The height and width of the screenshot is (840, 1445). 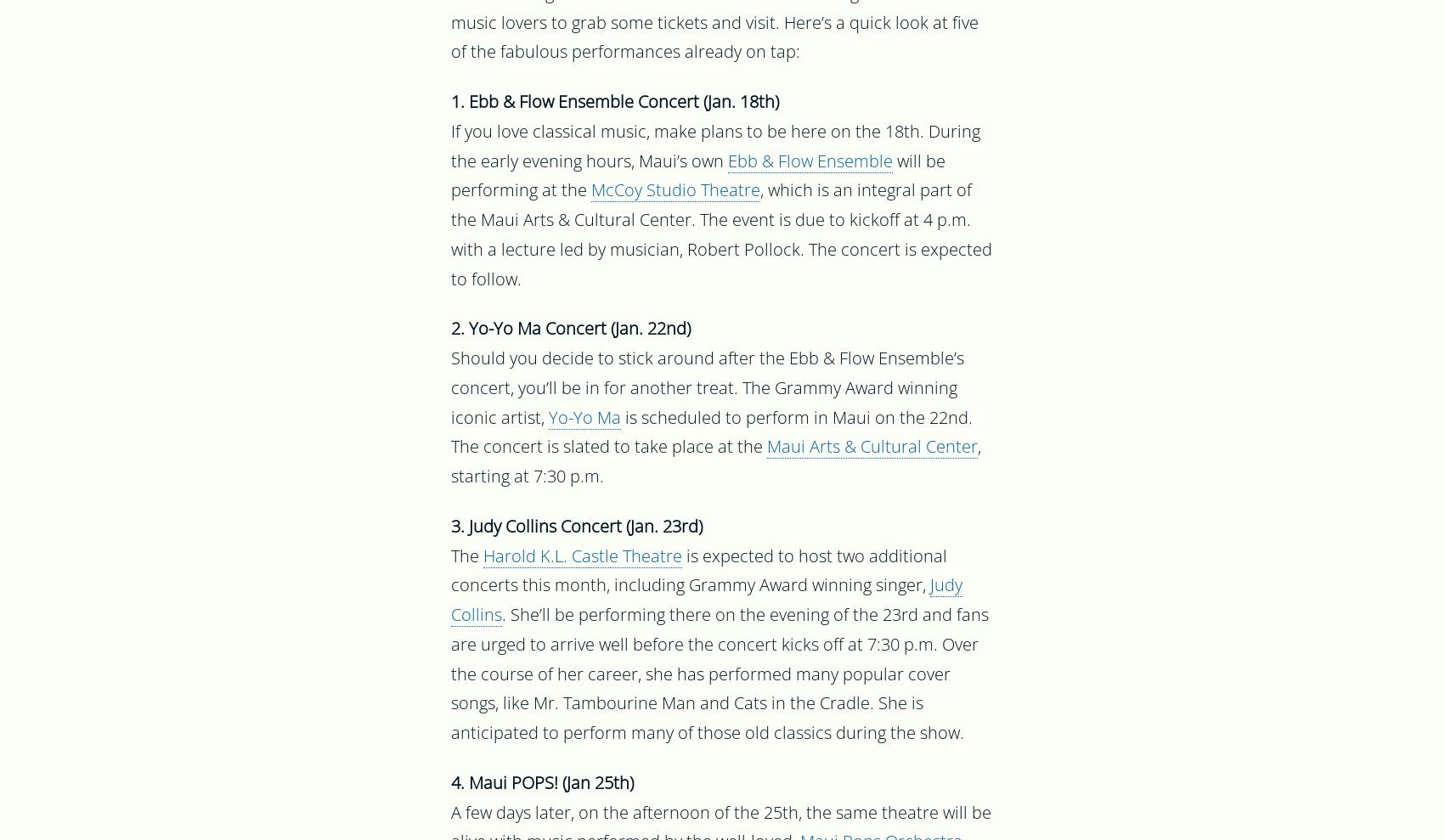 What do you see at coordinates (765, 448) in the screenshot?
I see `'Maui Arts & Cultural Center'` at bounding box center [765, 448].